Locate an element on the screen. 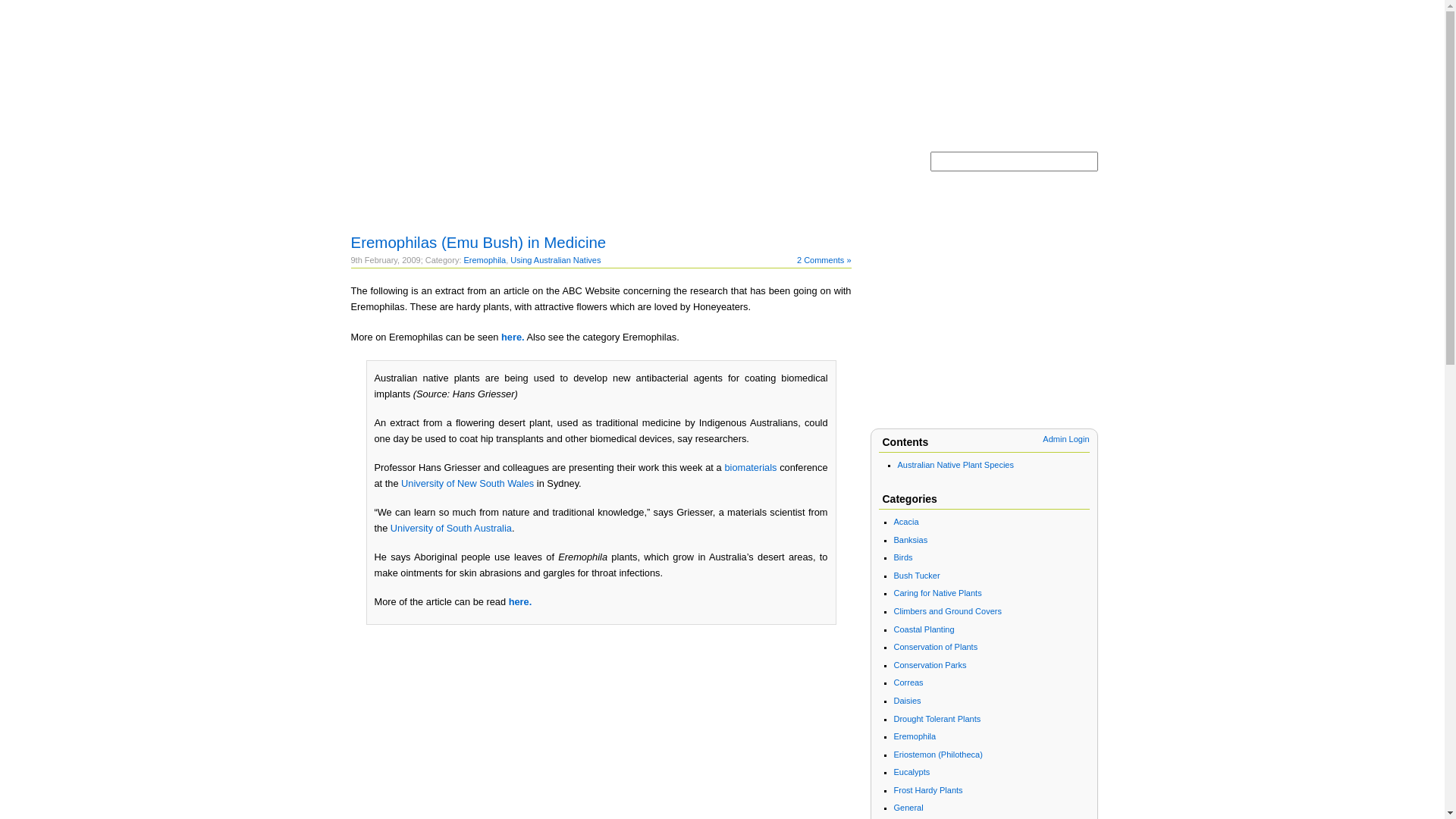  'Birds' is located at coordinates (902, 557).